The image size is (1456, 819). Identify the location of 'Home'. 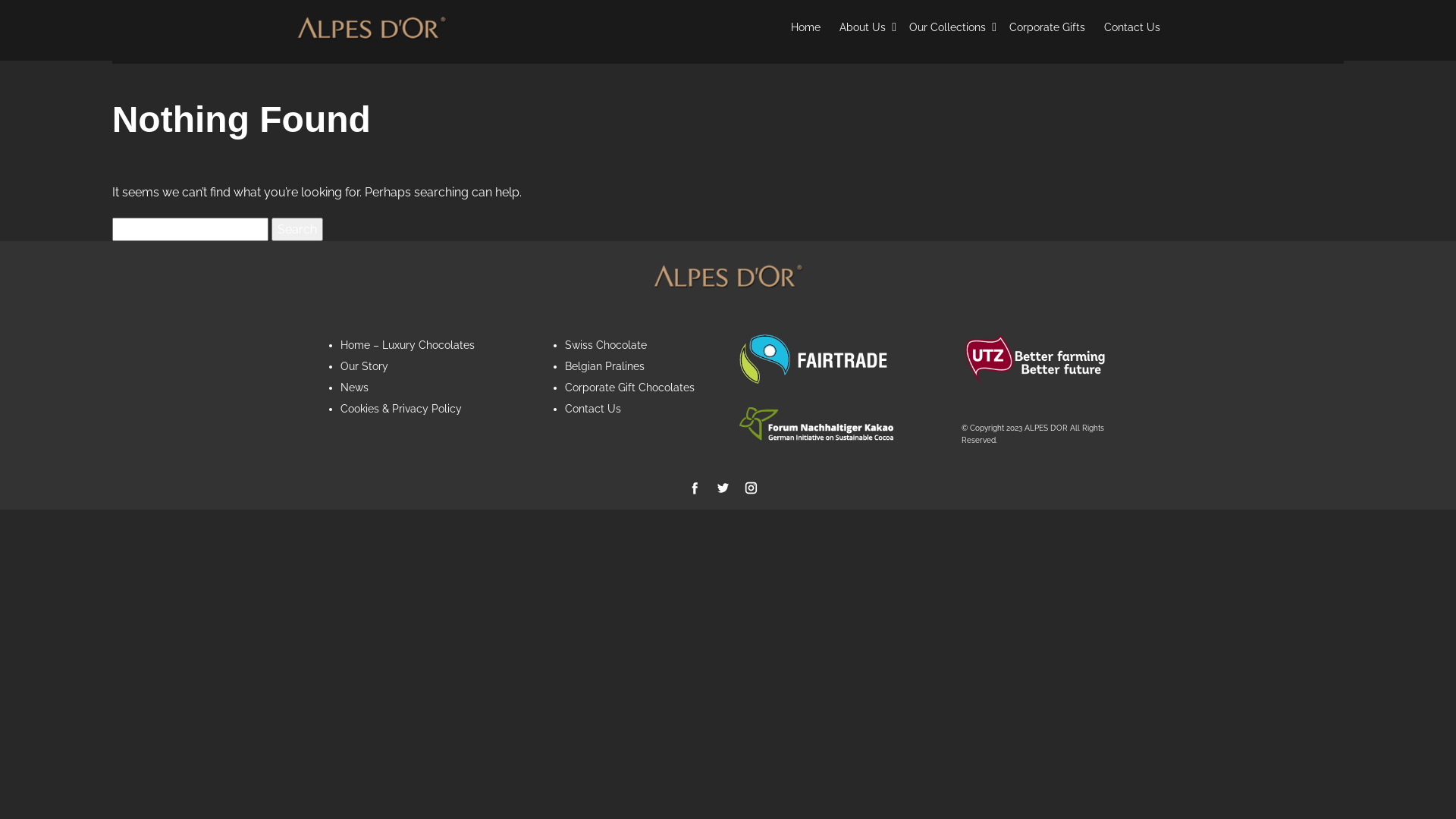
(805, 27).